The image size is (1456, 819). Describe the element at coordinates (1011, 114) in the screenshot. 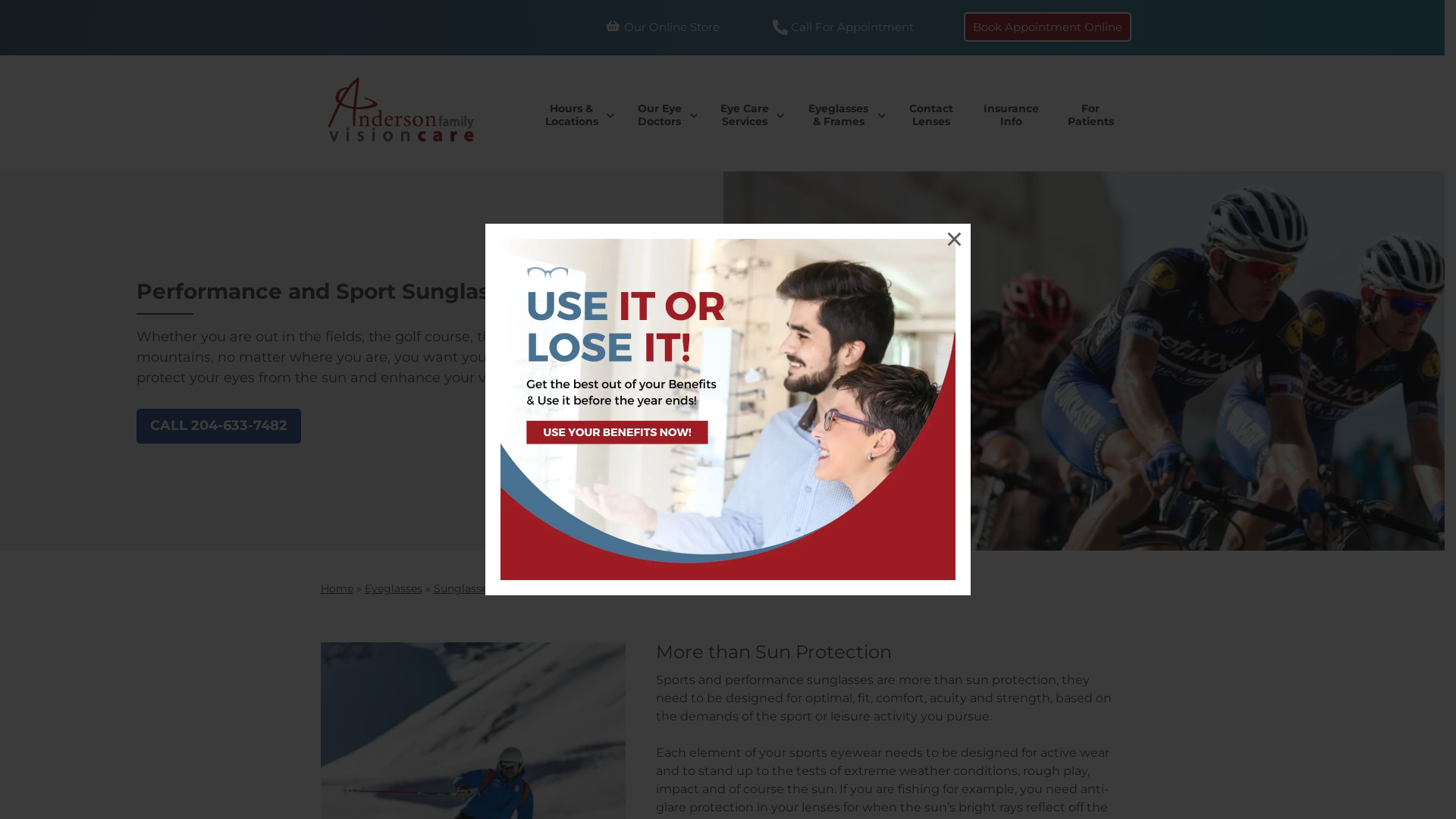

I see `'Insurance Info'` at that location.